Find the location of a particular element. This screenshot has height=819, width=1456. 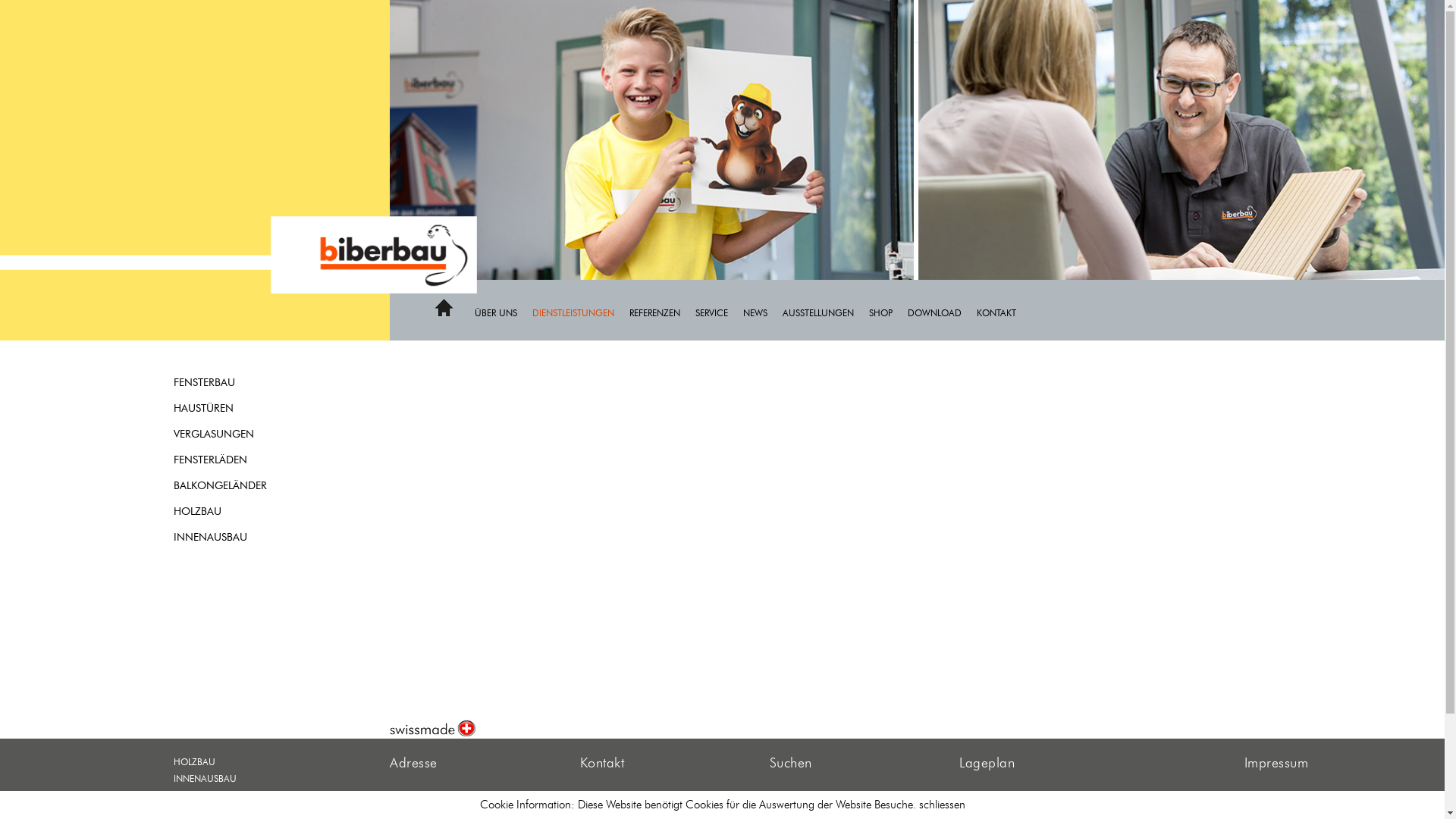

'INNENAUSBAU' is located at coordinates (240, 537).